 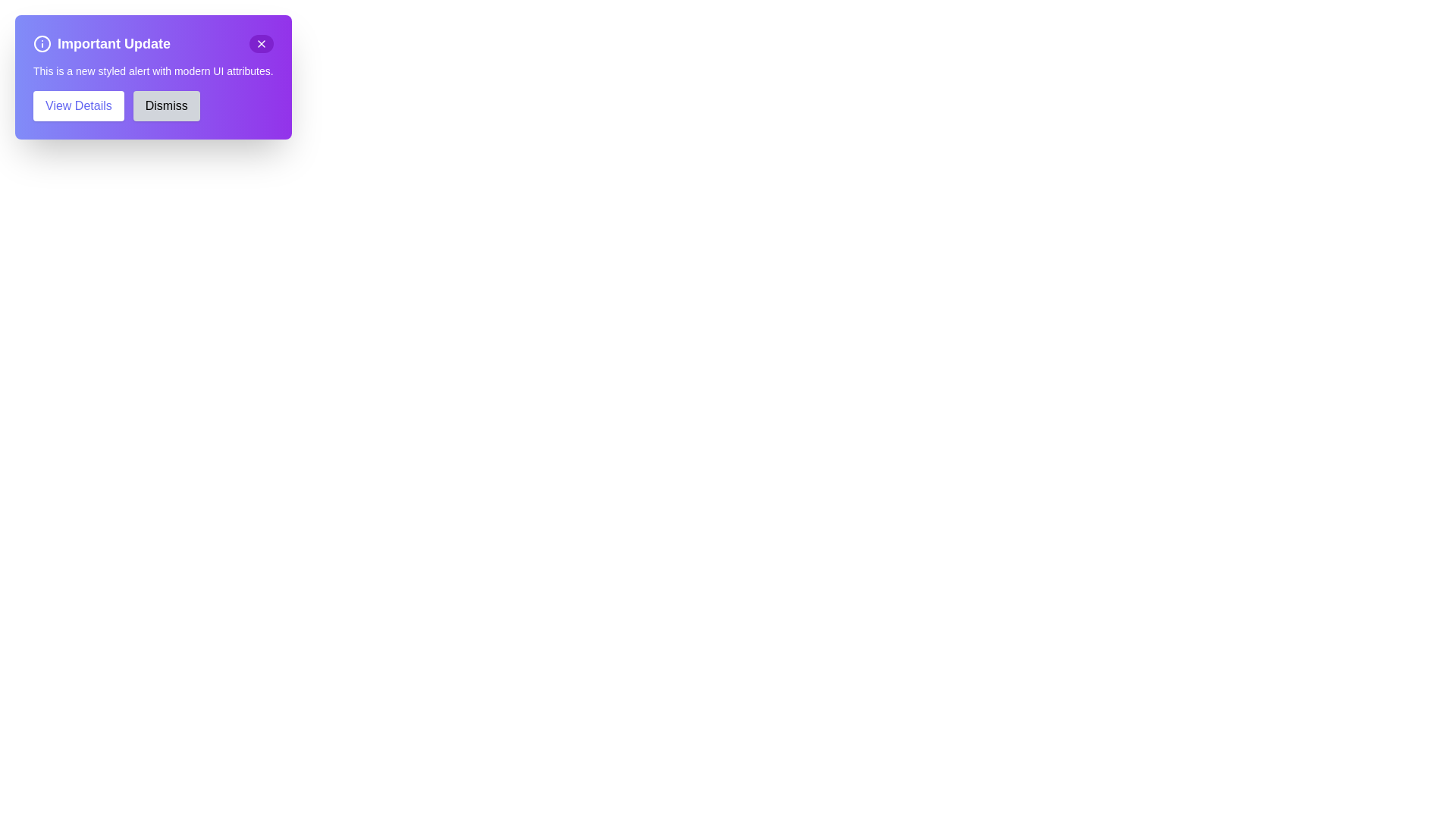 I want to click on the close button to dismiss the notification, so click(x=261, y=42).